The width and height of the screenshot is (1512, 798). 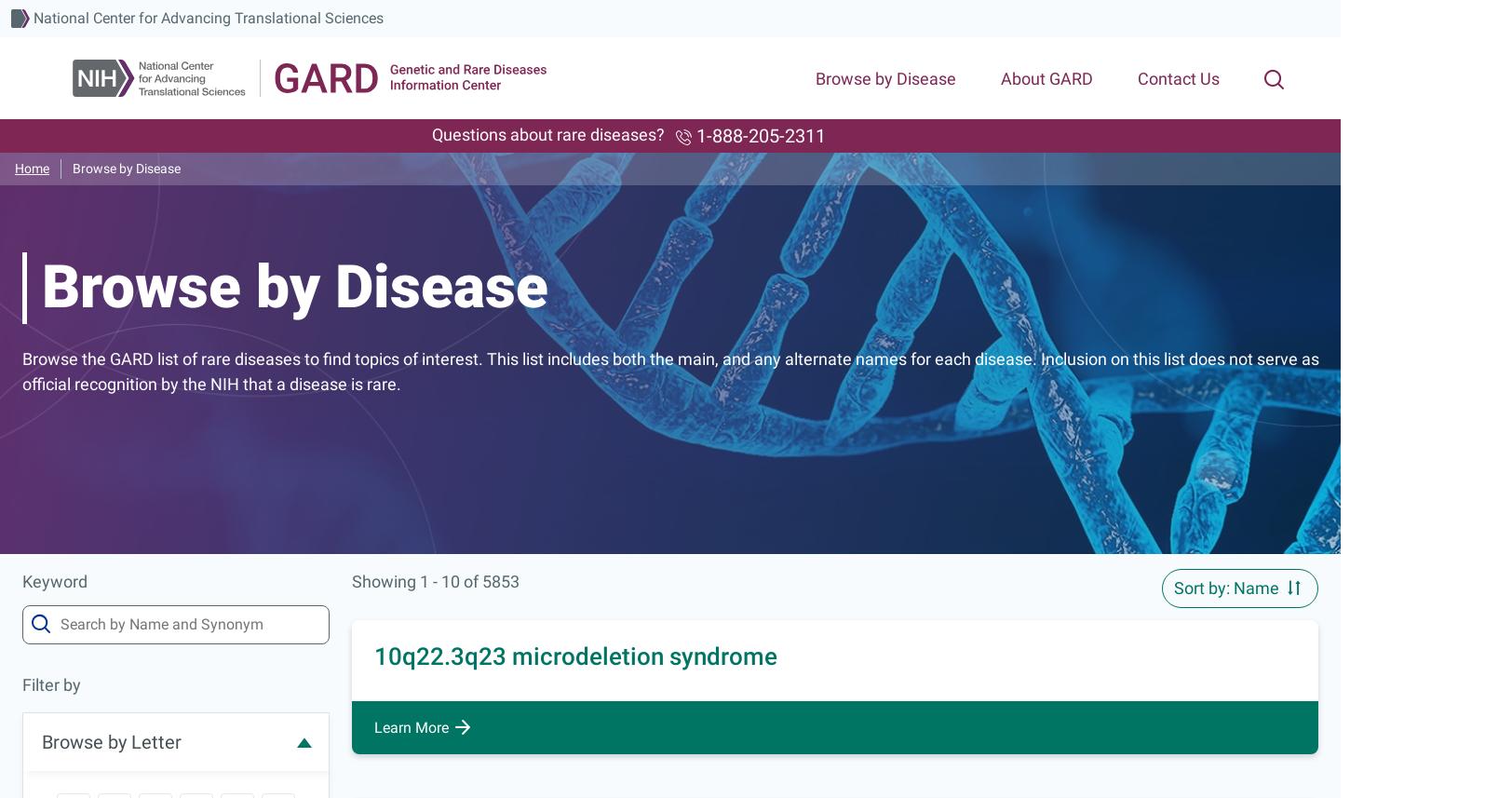 What do you see at coordinates (670, 370) in the screenshot?
I see `'Browse the GARD list of rare diseases to find topics of interest. This list includes both the main, and any alternate names for each disease. Inclusion on this list does not serve as official recognition by the NIH that a disease is rare.'` at bounding box center [670, 370].